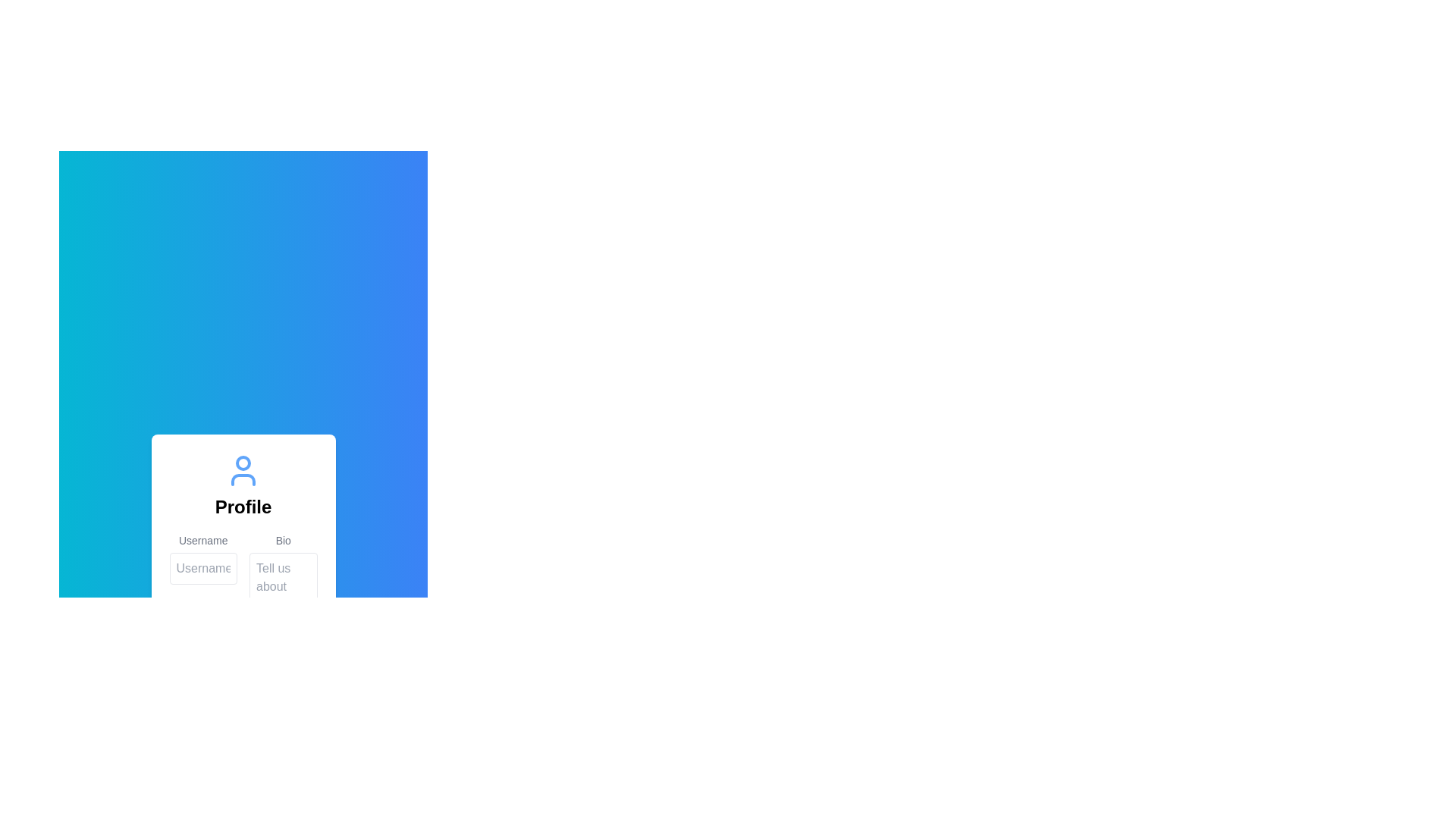 The height and width of the screenshot is (819, 1456). Describe the element at coordinates (202, 579) in the screenshot. I see `the 'Username' text input field located in the 'Profile' section of the UI` at that location.